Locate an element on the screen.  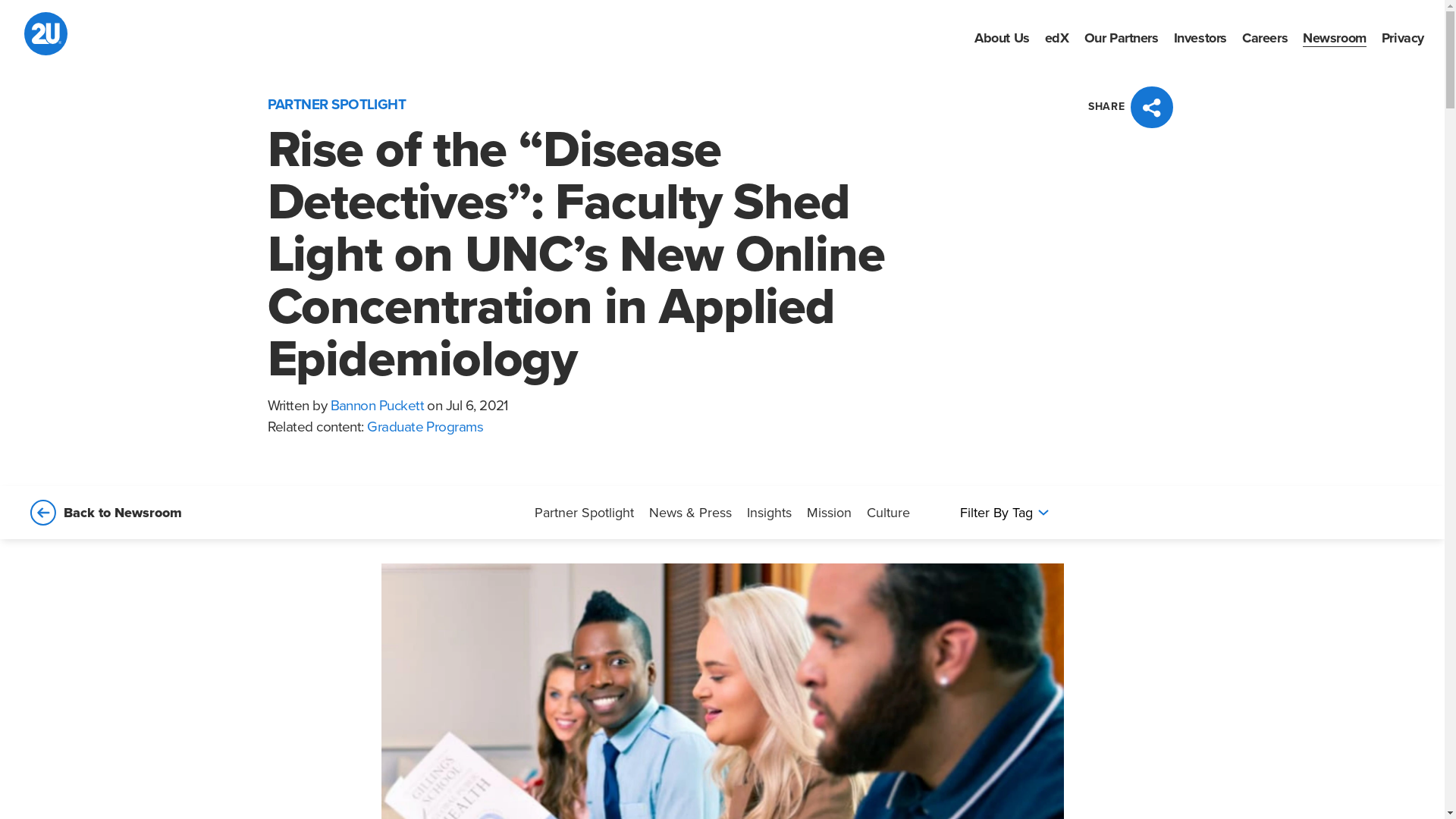
'Privacy' is located at coordinates (1401, 36).